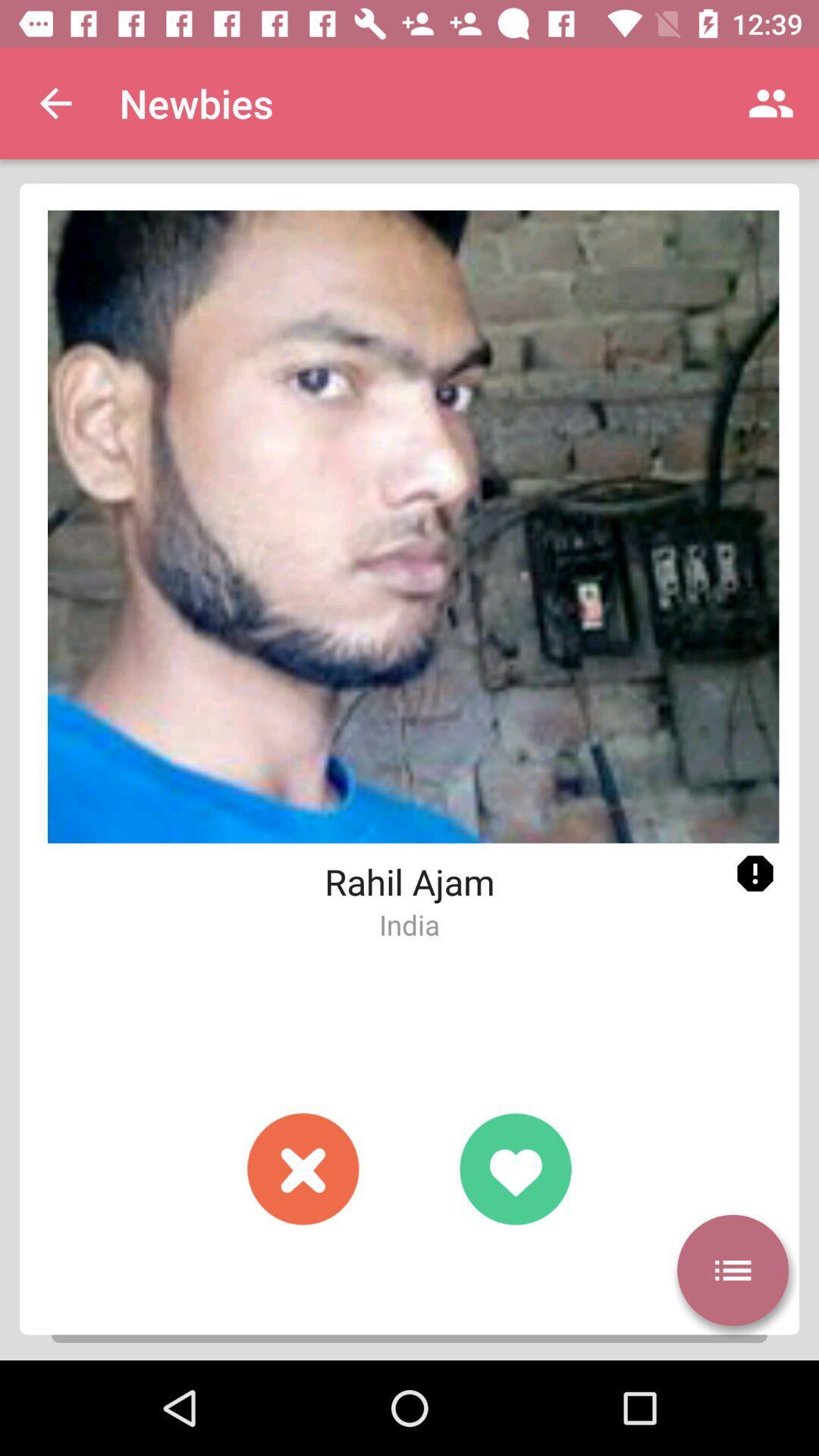 Image resolution: width=819 pixels, height=1456 pixels. What do you see at coordinates (514, 1168) in the screenshot?
I see `heart reaction` at bounding box center [514, 1168].